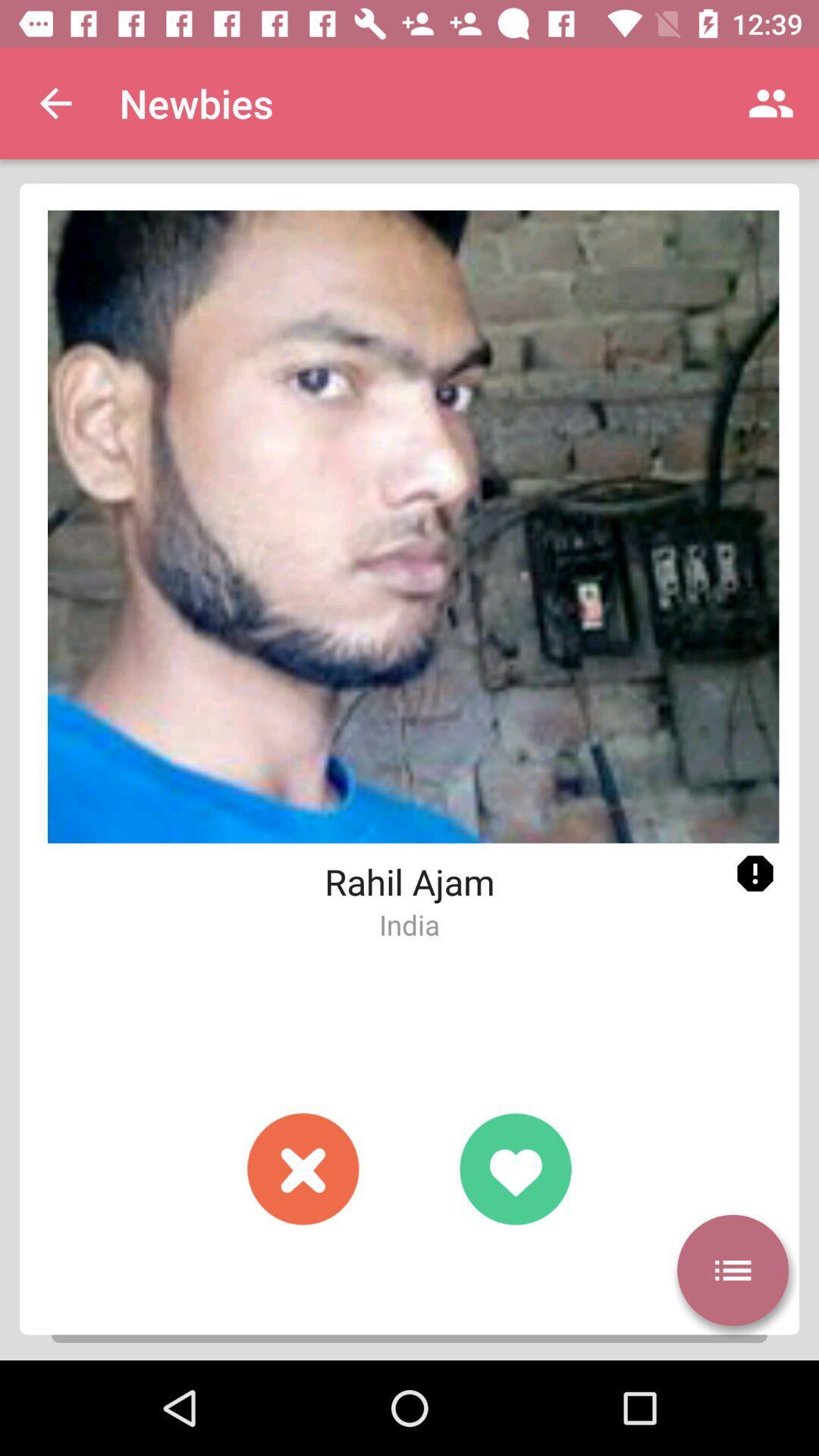 Image resolution: width=819 pixels, height=1456 pixels. What do you see at coordinates (514, 1168) in the screenshot?
I see `heart reaction` at bounding box center [514, 1168].